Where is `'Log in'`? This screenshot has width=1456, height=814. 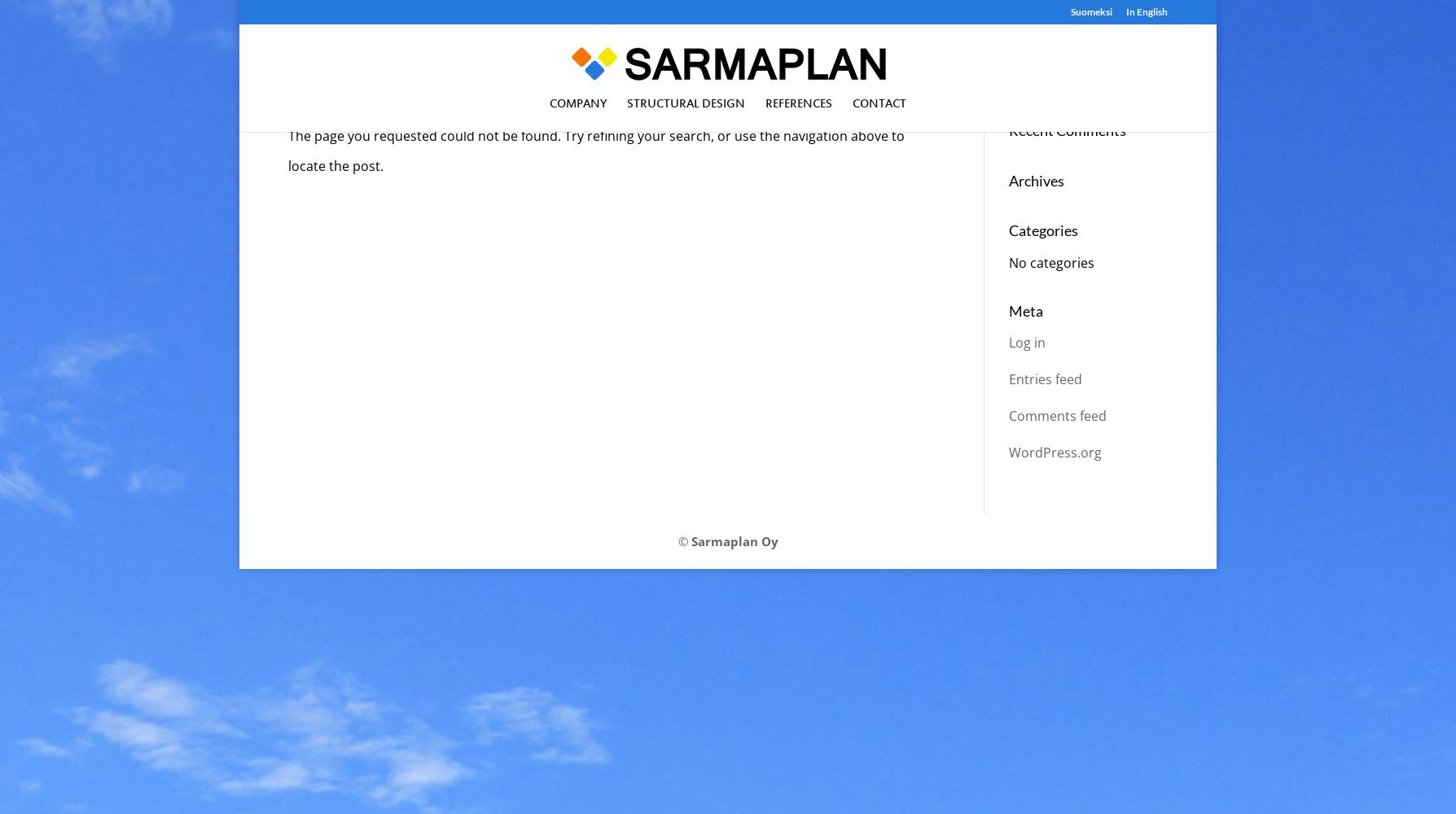
'Log in' is located at coordinates (1025, 343).